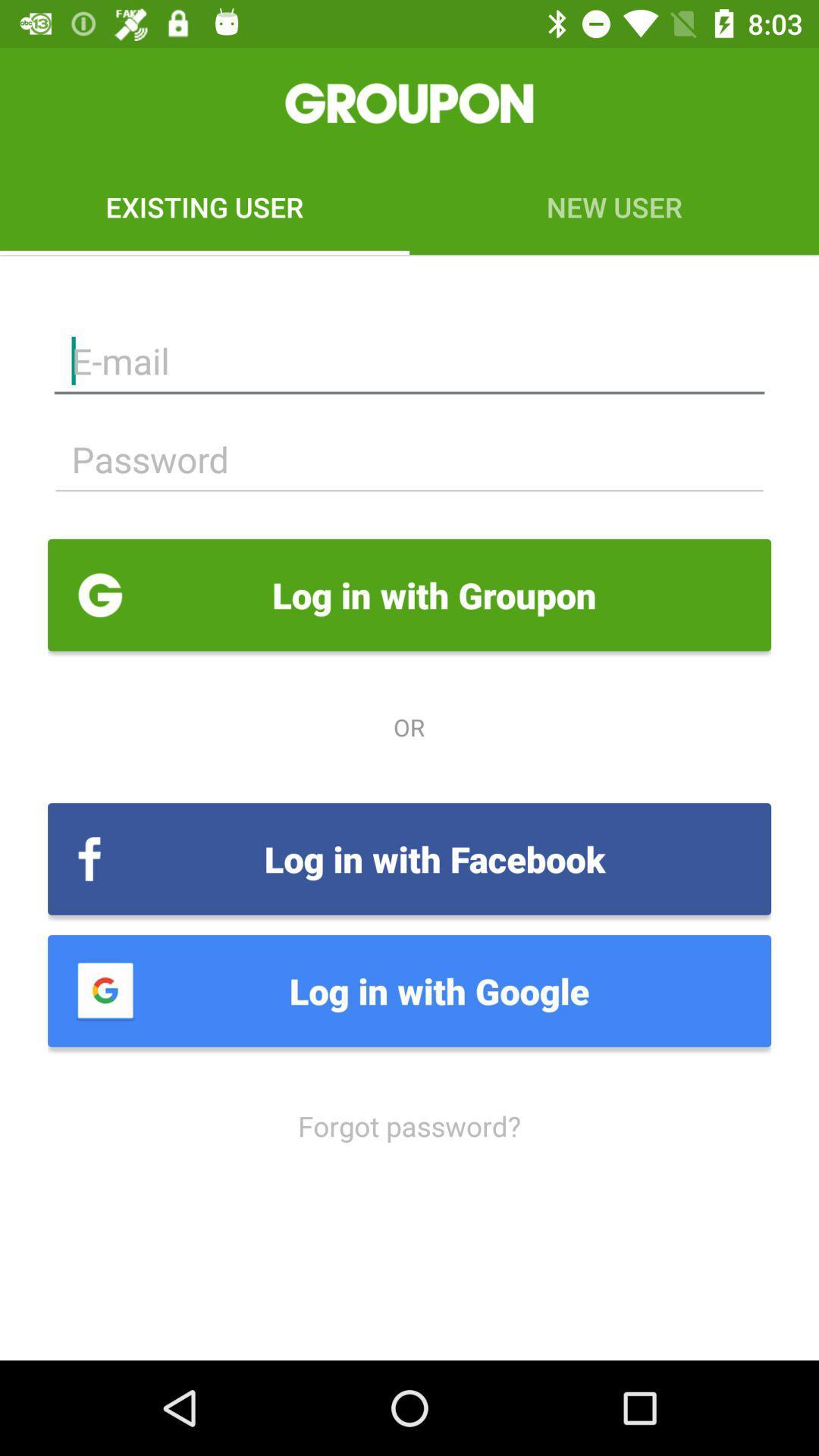 The width and height of the screenshot is (819, 1456). Describe the element at coordinates (205, 206) in the screenshot. I see `the app at the top left corner` at that location.